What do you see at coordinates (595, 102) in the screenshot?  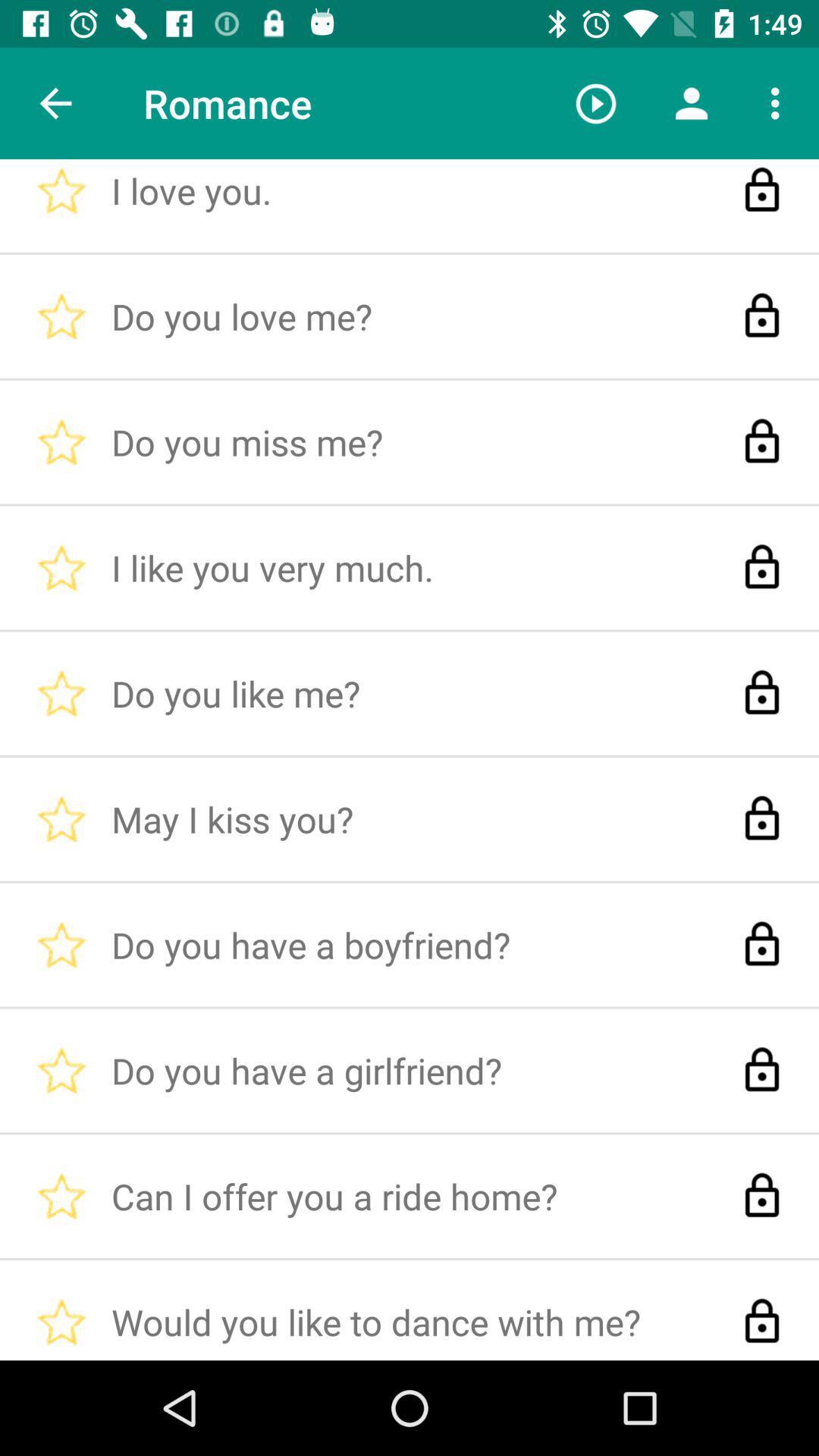 I see `icon next to the romance` at bounding box center [595, 102].